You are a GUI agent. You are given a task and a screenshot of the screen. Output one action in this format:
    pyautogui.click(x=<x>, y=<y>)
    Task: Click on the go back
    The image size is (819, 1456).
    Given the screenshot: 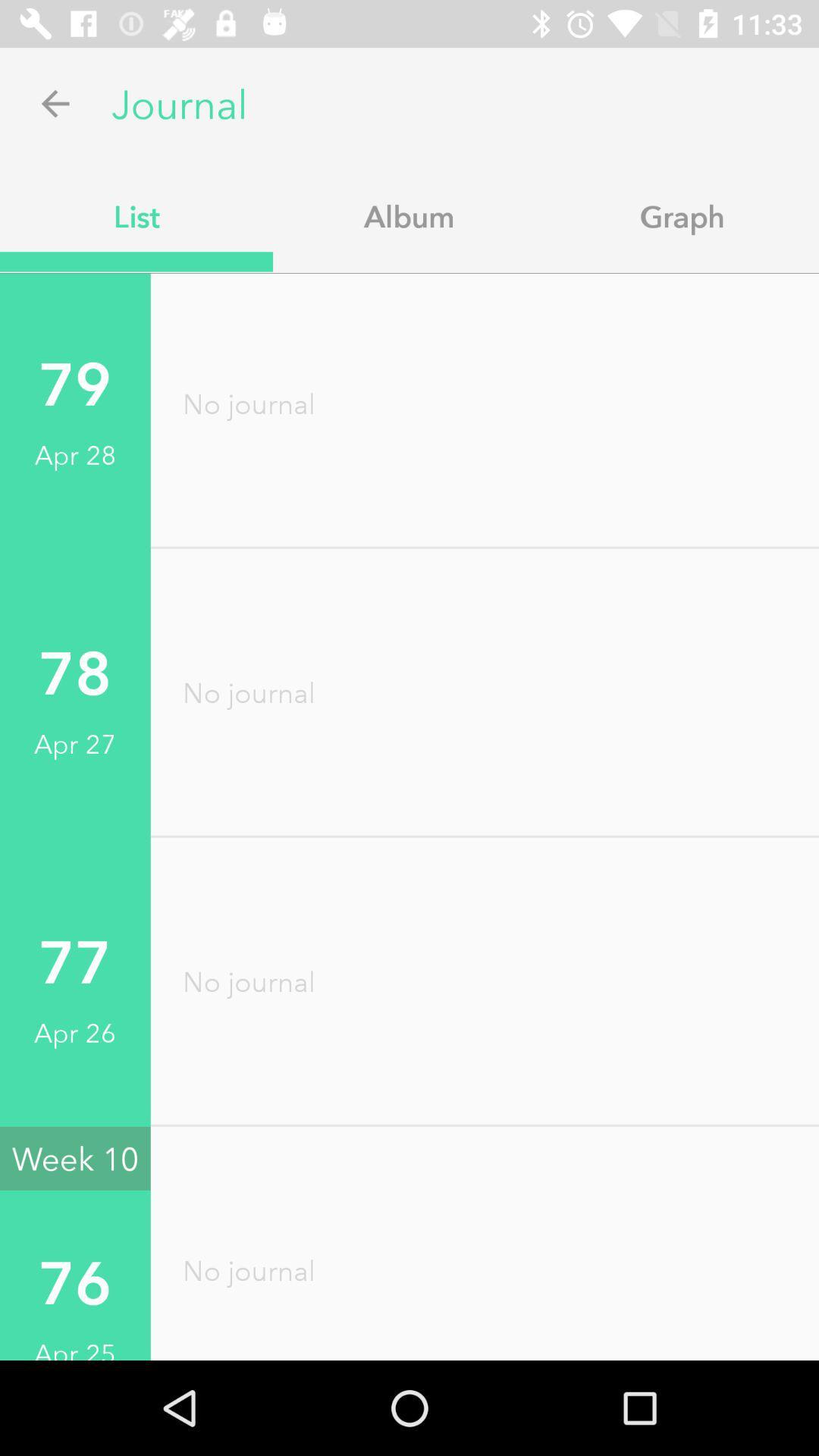 What is the action you would take?
    pyautogui.click(x=55, y=102)
    